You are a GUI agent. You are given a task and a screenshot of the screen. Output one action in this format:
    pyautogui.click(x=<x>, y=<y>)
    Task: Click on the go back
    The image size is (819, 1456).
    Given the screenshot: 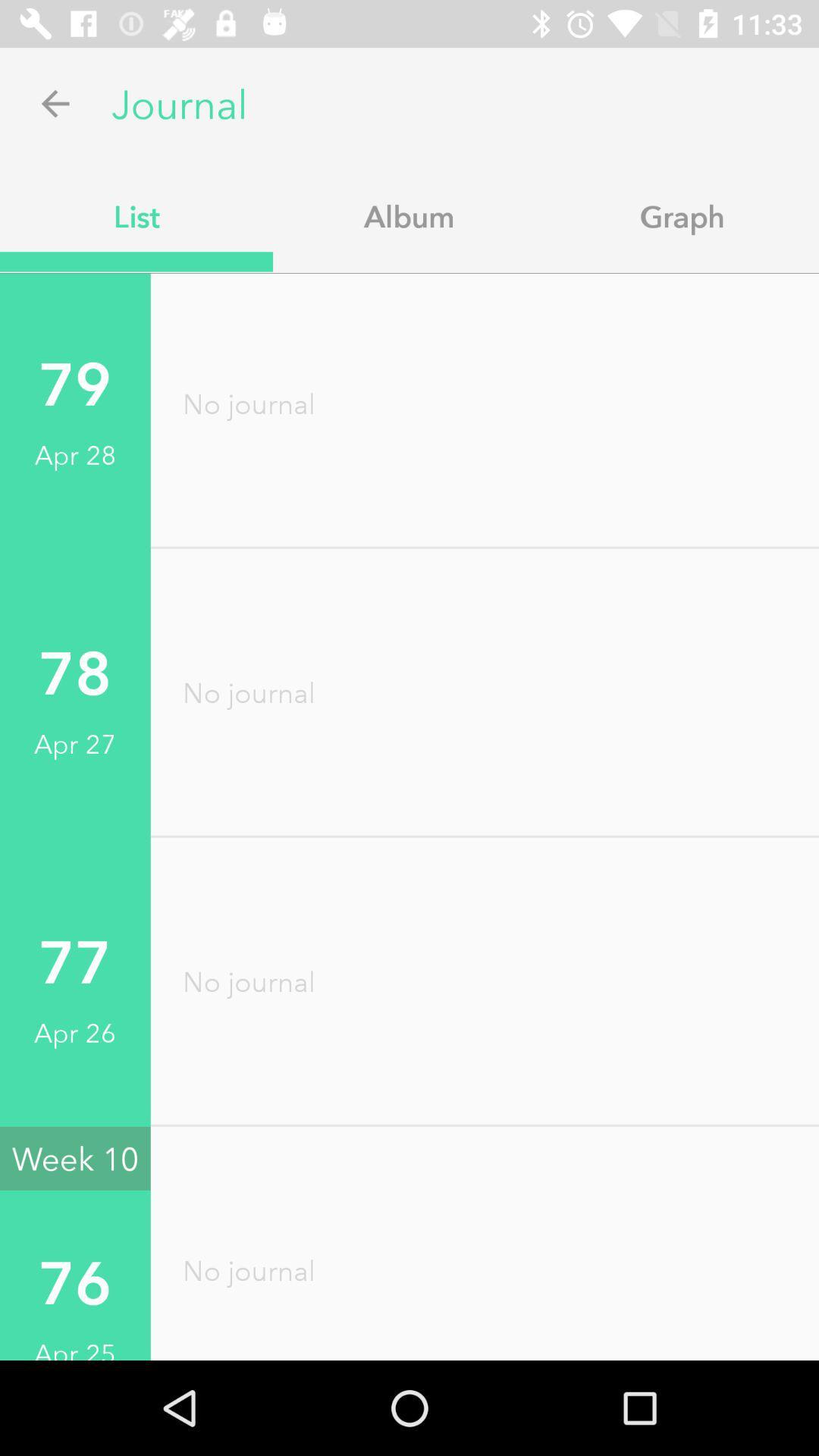 What is the action you would take?
    pyautogui.click(x=55, y=102)
    